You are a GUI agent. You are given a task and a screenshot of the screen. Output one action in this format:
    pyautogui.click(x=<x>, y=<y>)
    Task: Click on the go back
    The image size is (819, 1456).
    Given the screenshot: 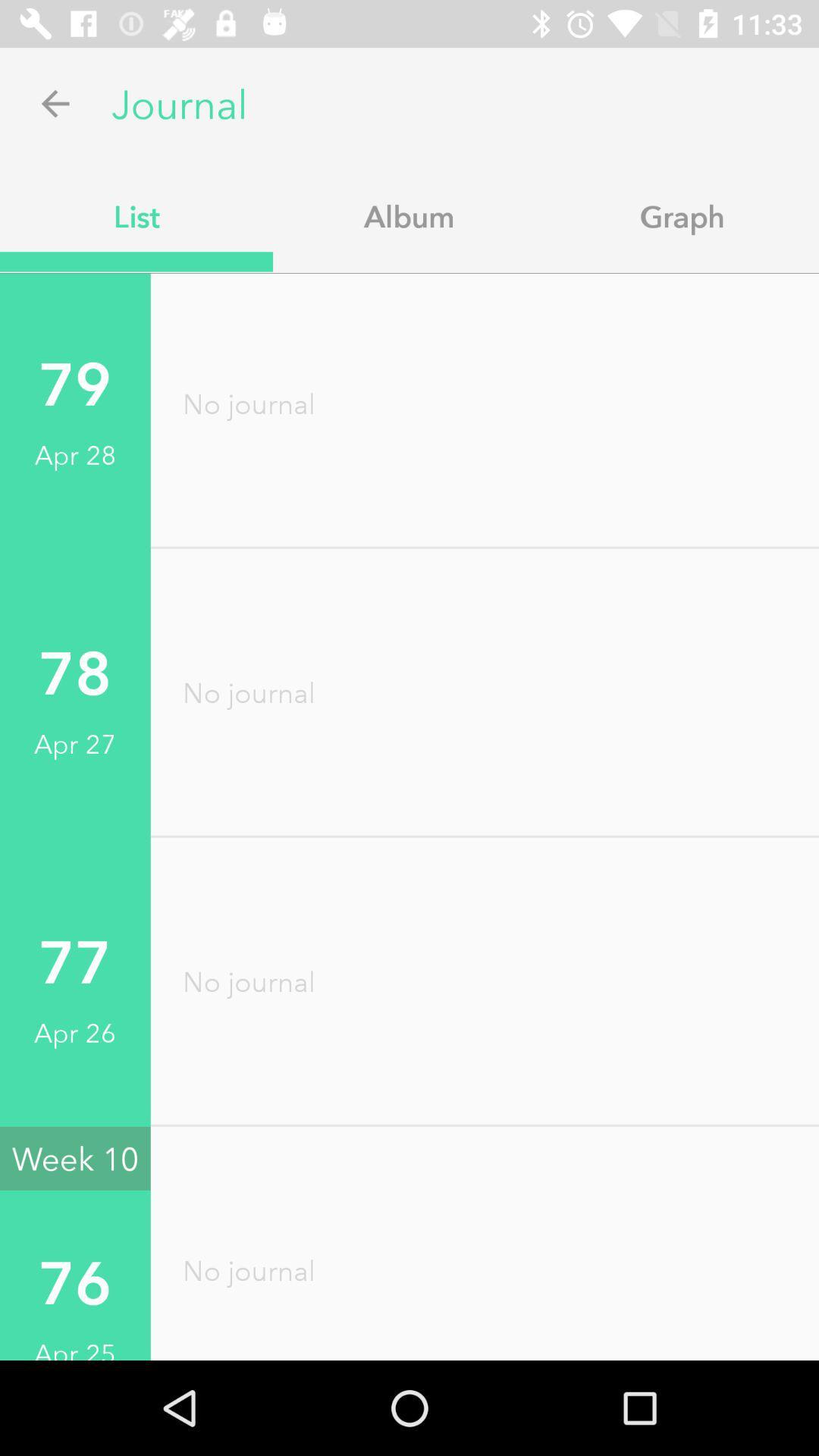 What is the action you would take?
    pyautogui.click(x=55, y=102)
    